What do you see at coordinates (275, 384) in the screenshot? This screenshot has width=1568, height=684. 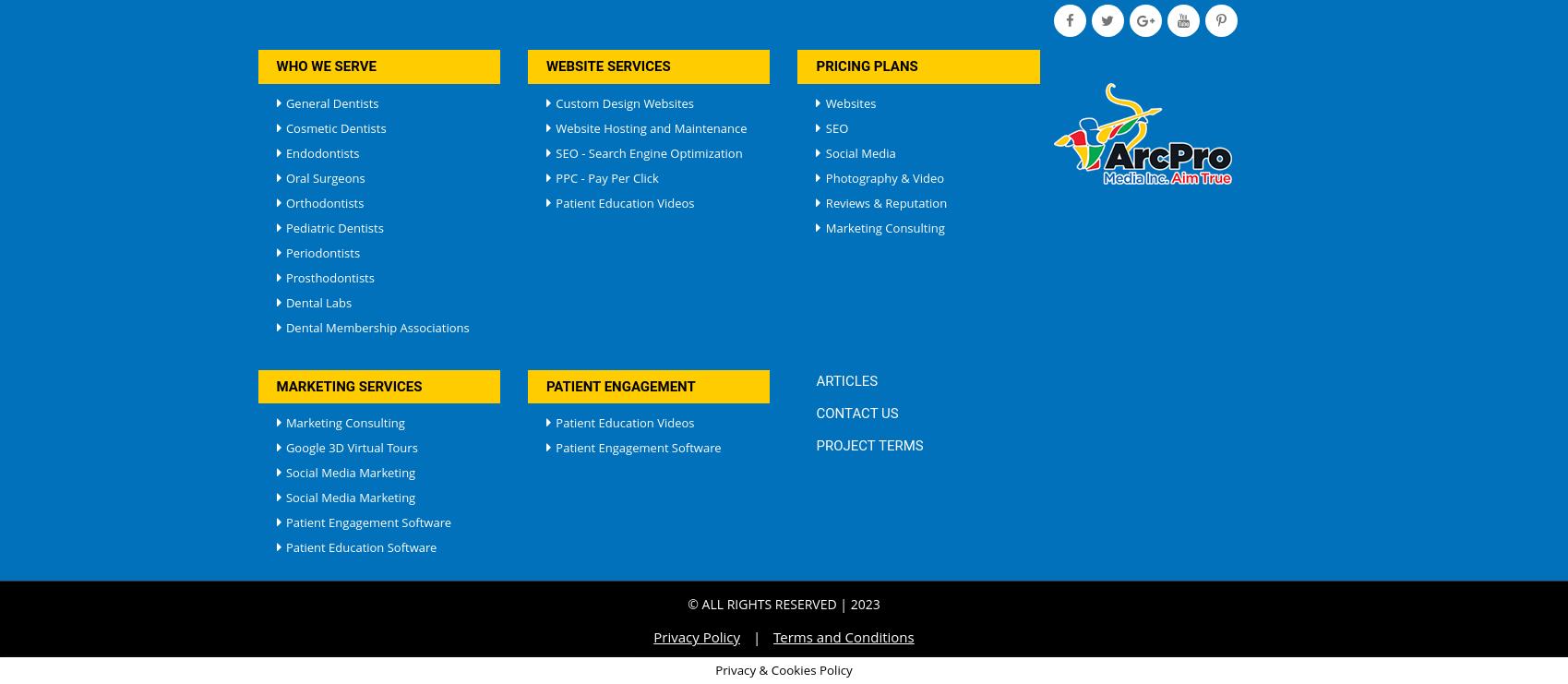 I see `'MARKETING SERVICES'` at bounding box center [275, 384].